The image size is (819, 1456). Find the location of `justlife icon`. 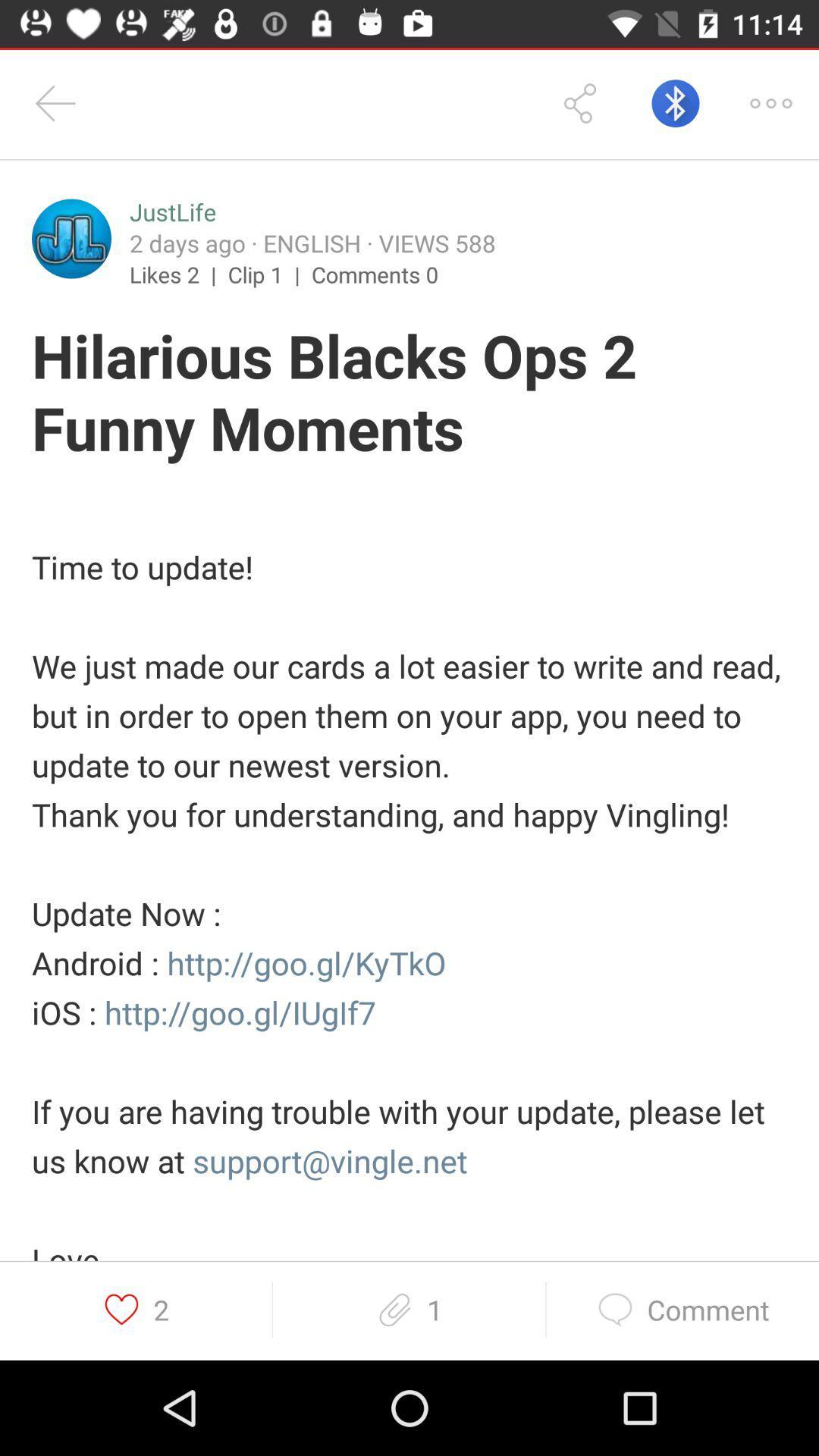

justlife icon is located at coordinates (171, 212).